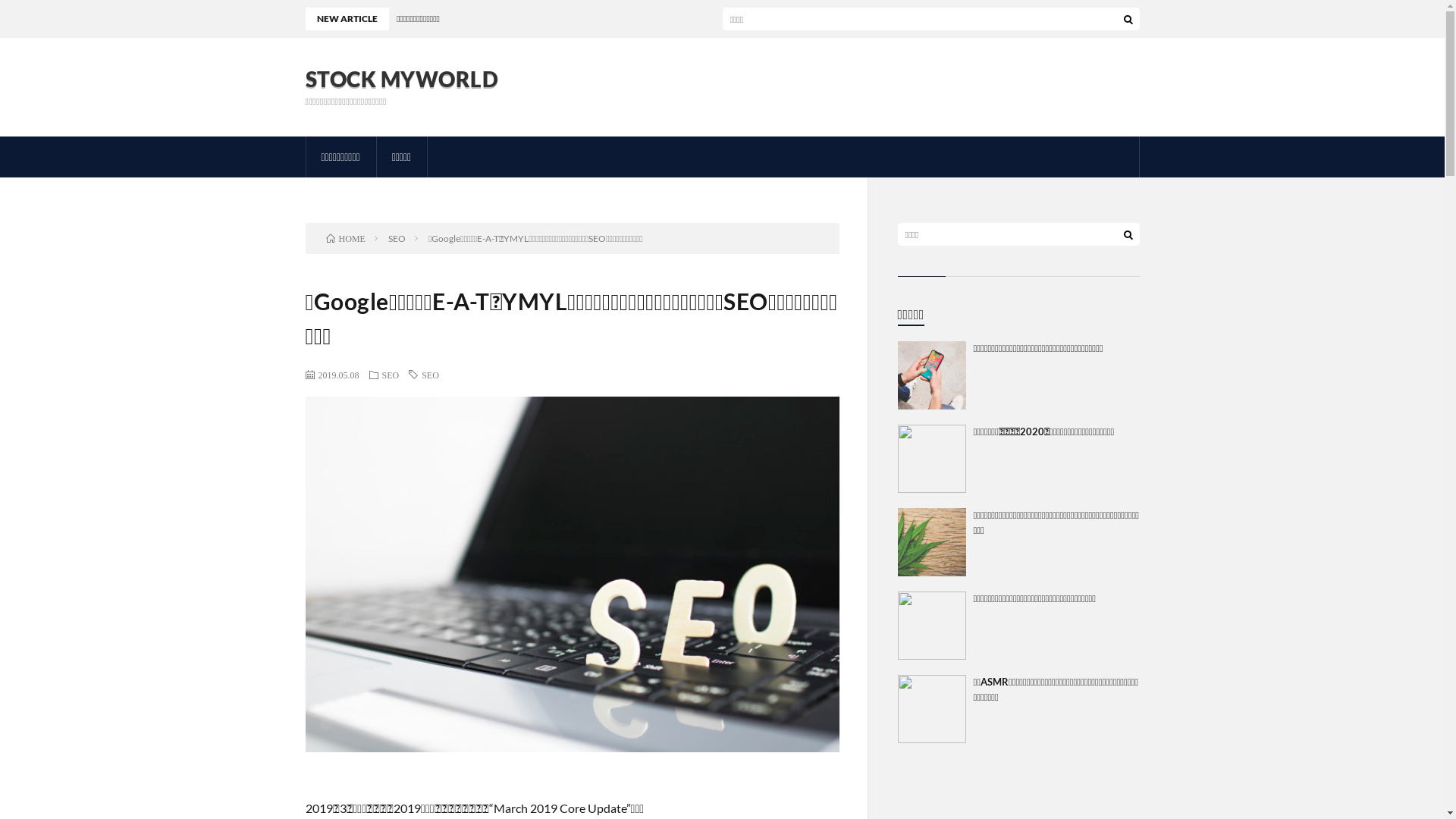  Describe the element at coordinates (1128, 234) in the screenshot. I see `'search'` at that location.